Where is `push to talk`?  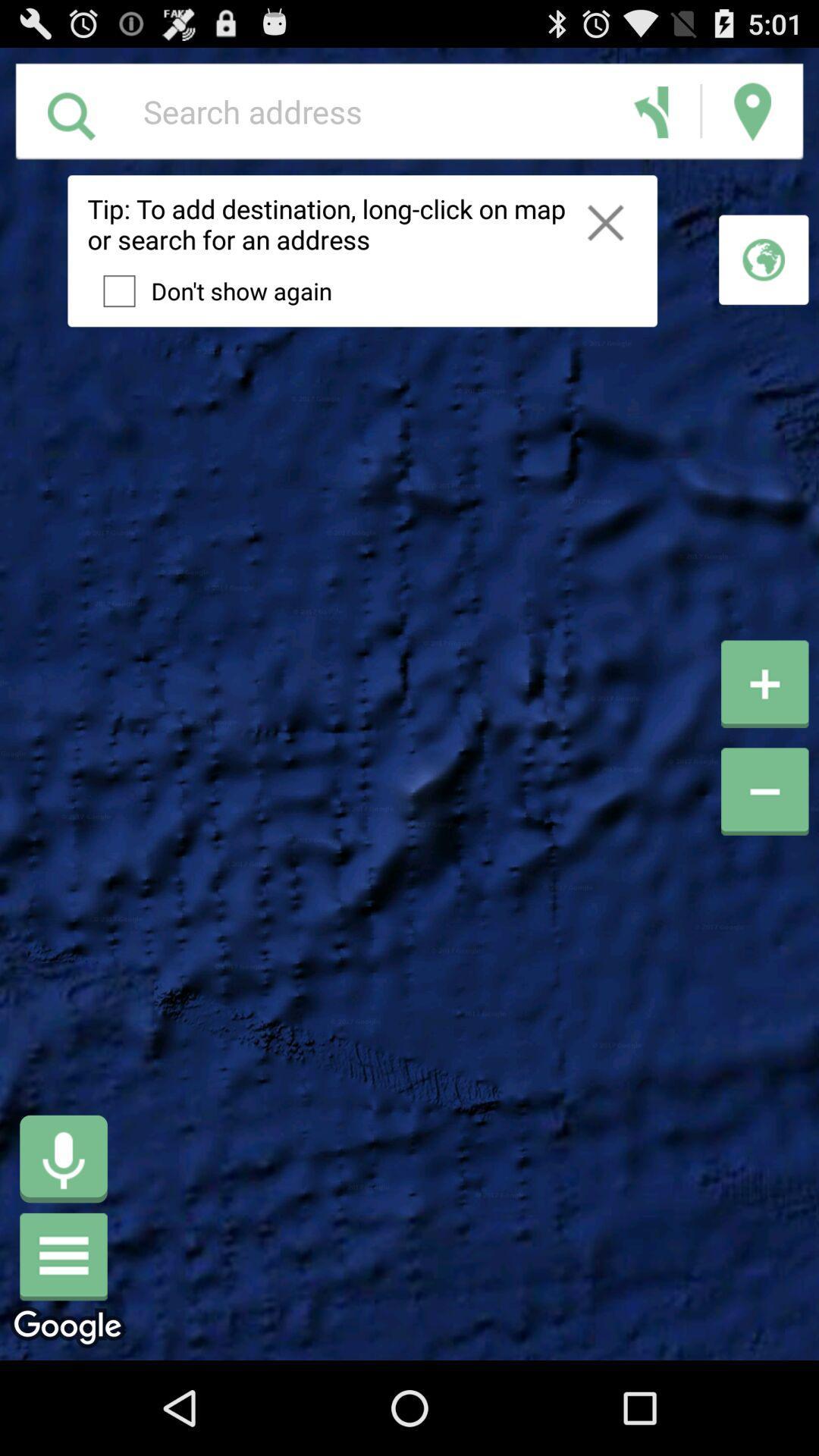 push to talk is located at coordinates (63, 1158).